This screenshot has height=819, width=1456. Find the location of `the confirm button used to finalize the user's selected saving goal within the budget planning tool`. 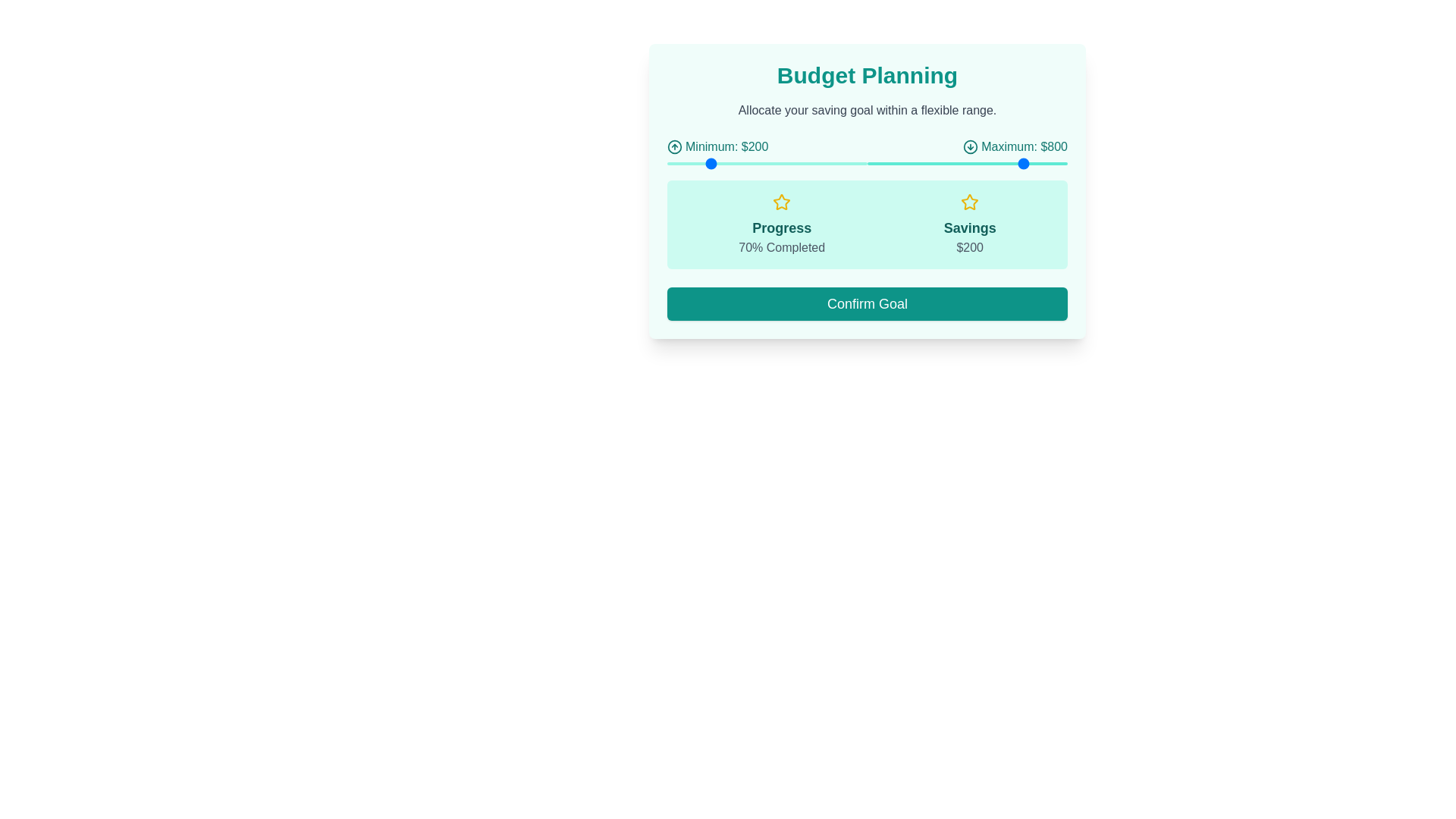

the confirm button used to finalize the user's selected saving goal within the budget planning tool is located at coordinates (867, 303).